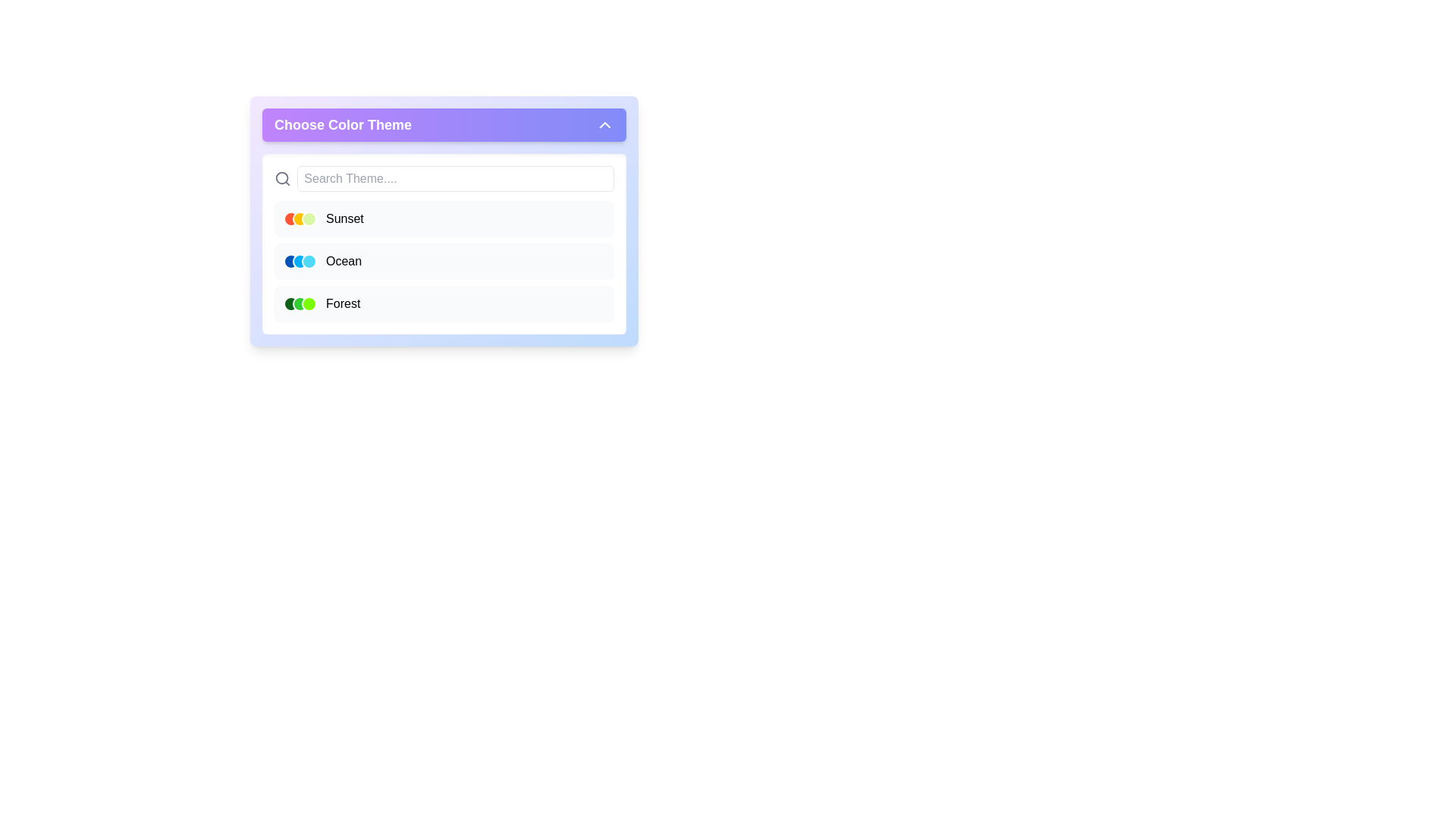 This screenshot has height=819, width=1456. What do you see at coordinates (282, 177) in the screenshot?
I see `the search icon component located near the upper-left area of the search bar, which visually represents a magnifying glass` at bounding box center [282, 177].